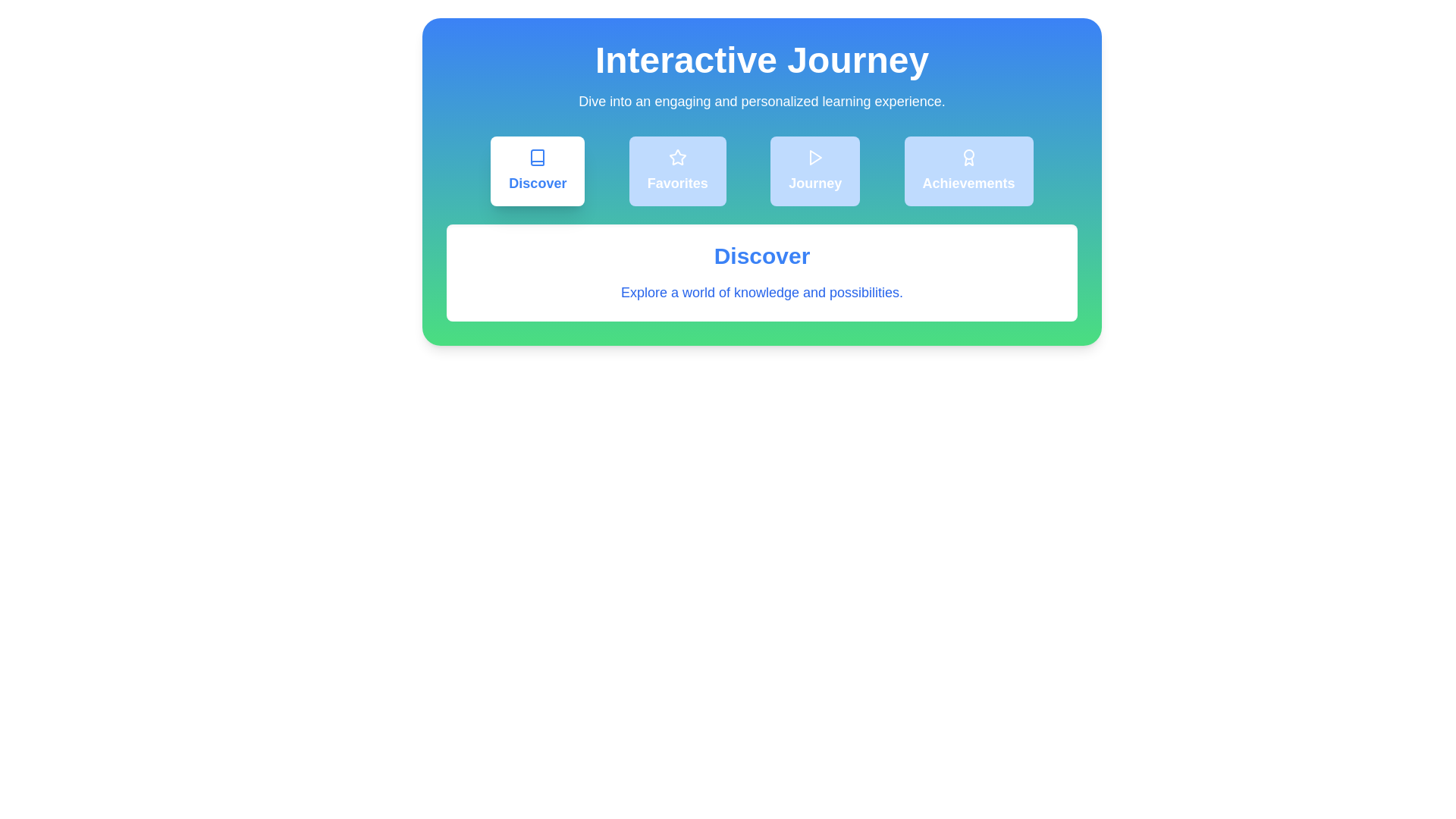 The width and height of the screenshot is (1456, 819). I want to click on the tab corresponding to Discover, so click(538, 171).